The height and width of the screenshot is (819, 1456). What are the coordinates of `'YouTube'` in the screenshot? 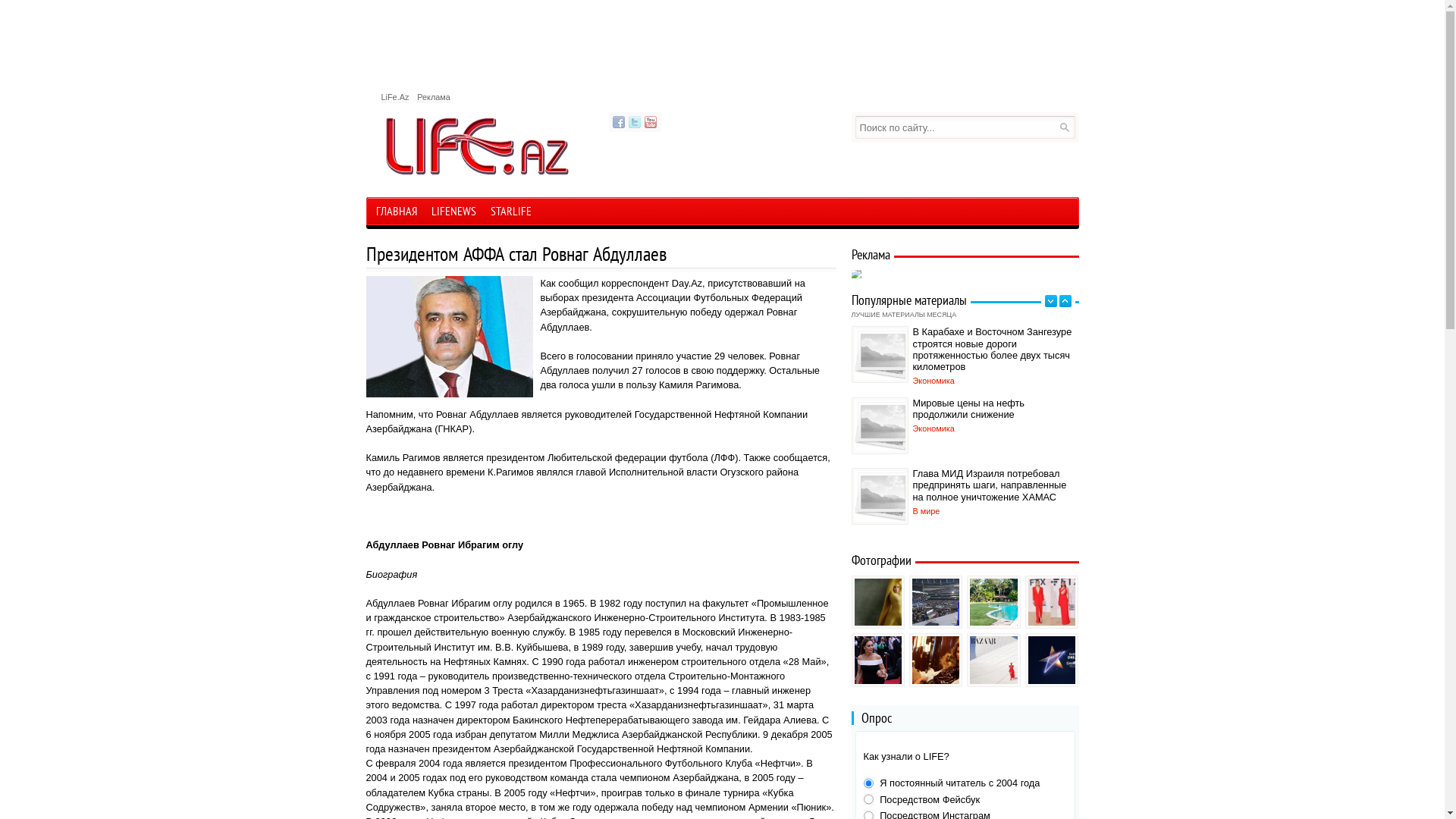 It's located at (651, 121).